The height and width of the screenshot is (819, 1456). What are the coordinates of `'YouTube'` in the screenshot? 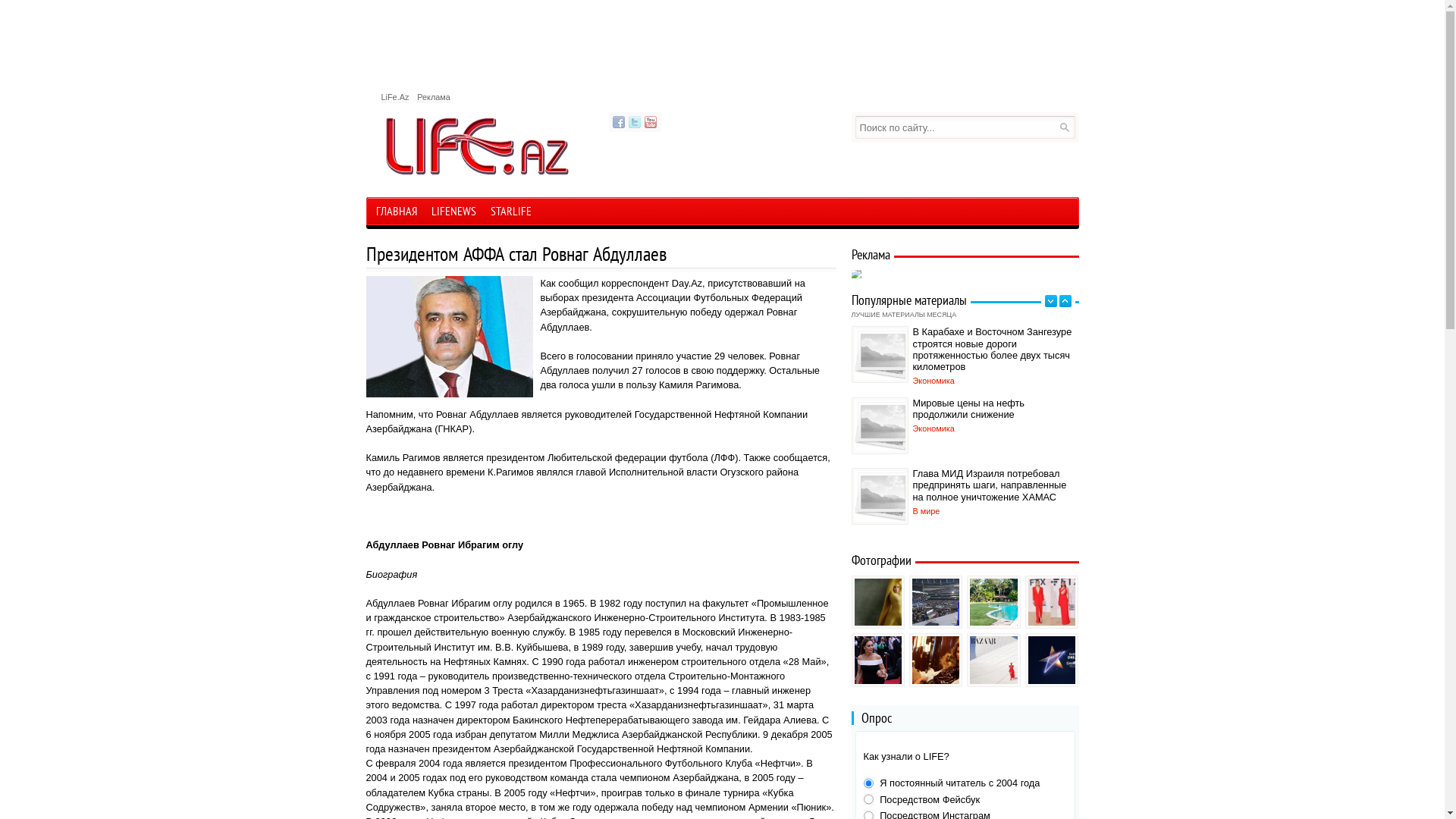 It's located at (651, 121).